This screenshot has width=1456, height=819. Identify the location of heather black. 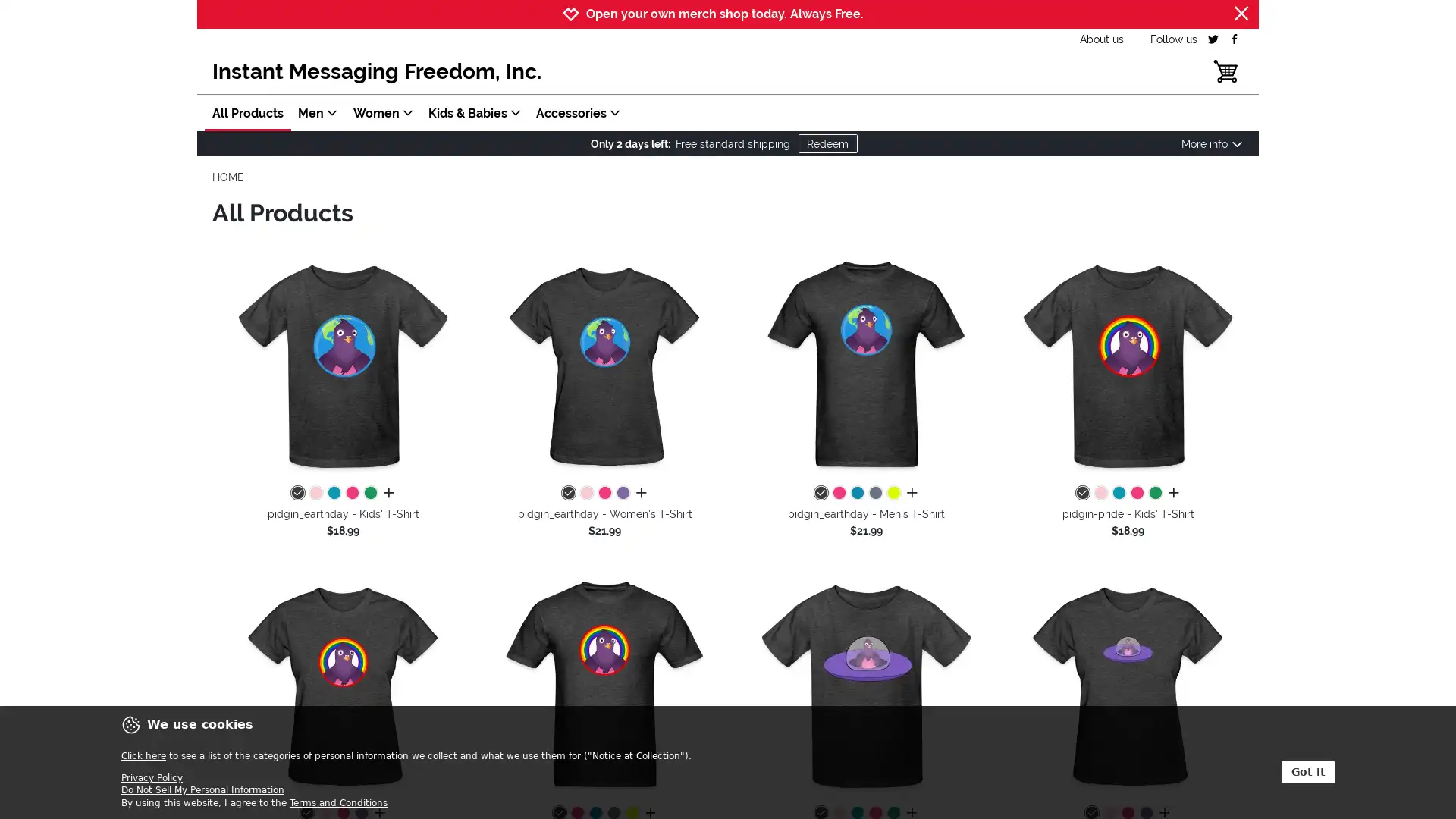
(1081, 494).